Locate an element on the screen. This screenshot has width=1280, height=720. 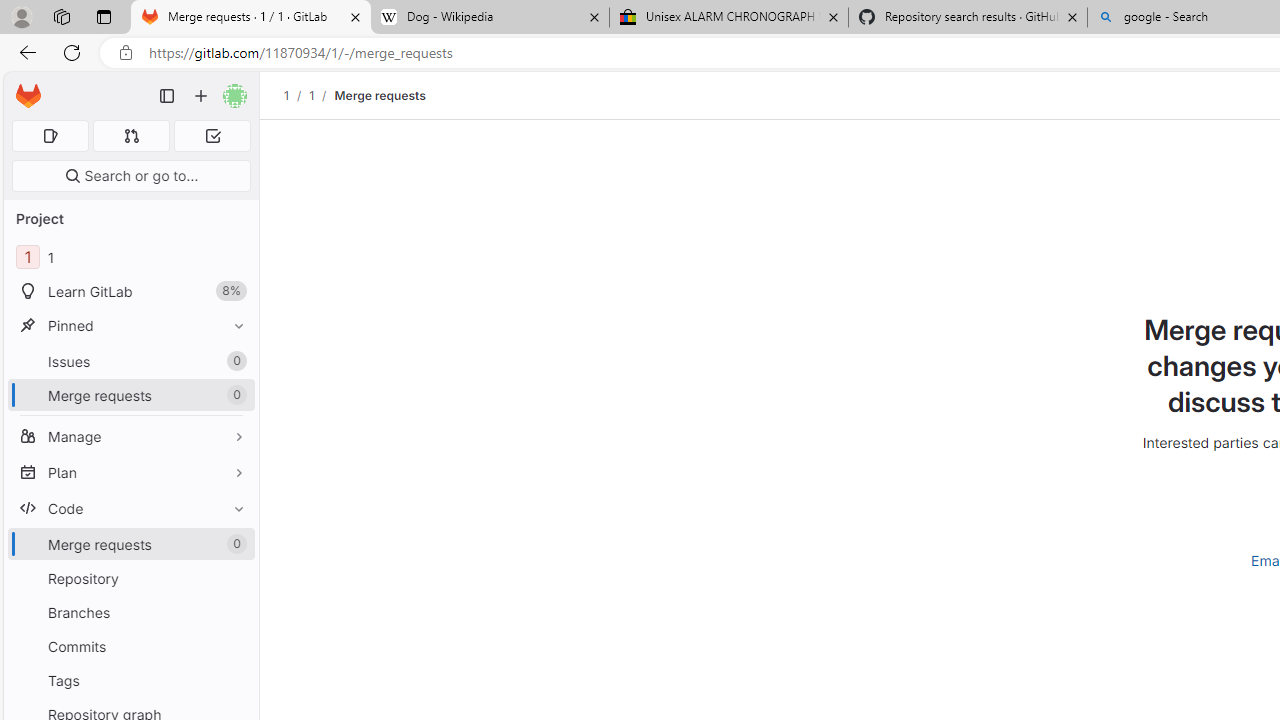
'To-Do list 0' is located at coordinates (212, 135).